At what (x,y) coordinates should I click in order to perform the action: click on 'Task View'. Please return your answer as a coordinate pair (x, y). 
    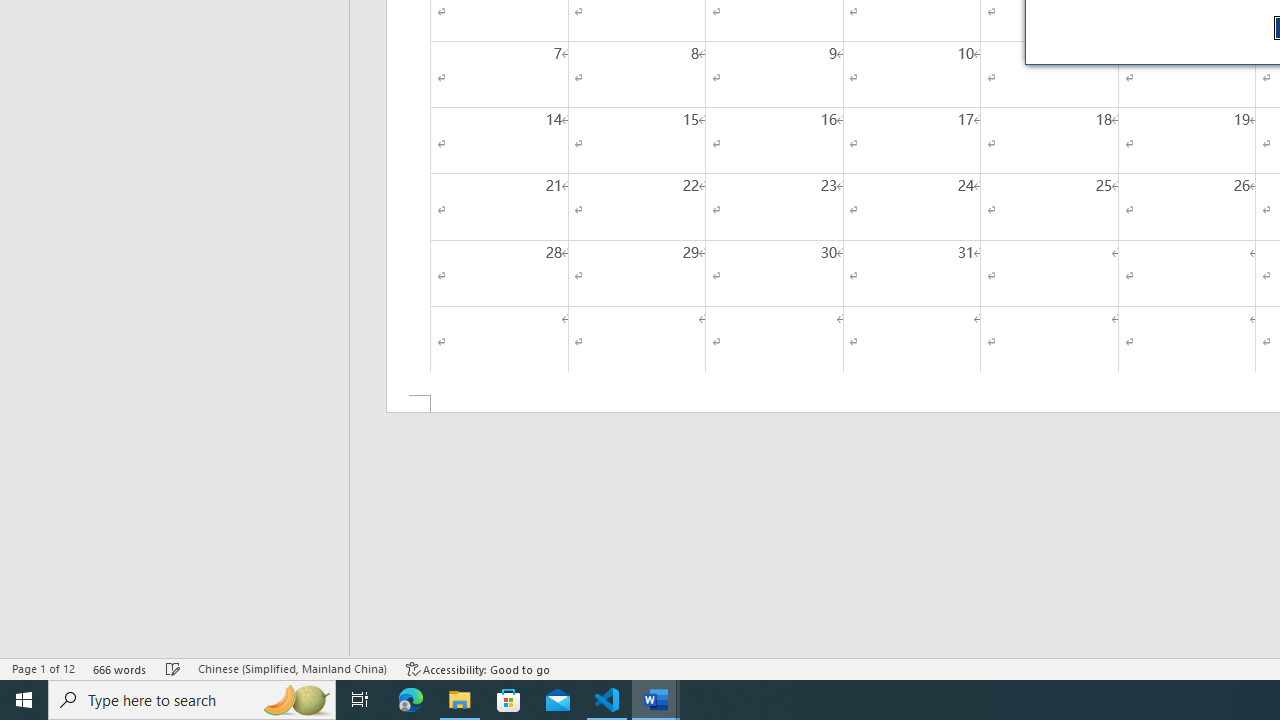
    Looking at the image, I should click on (359, 698).